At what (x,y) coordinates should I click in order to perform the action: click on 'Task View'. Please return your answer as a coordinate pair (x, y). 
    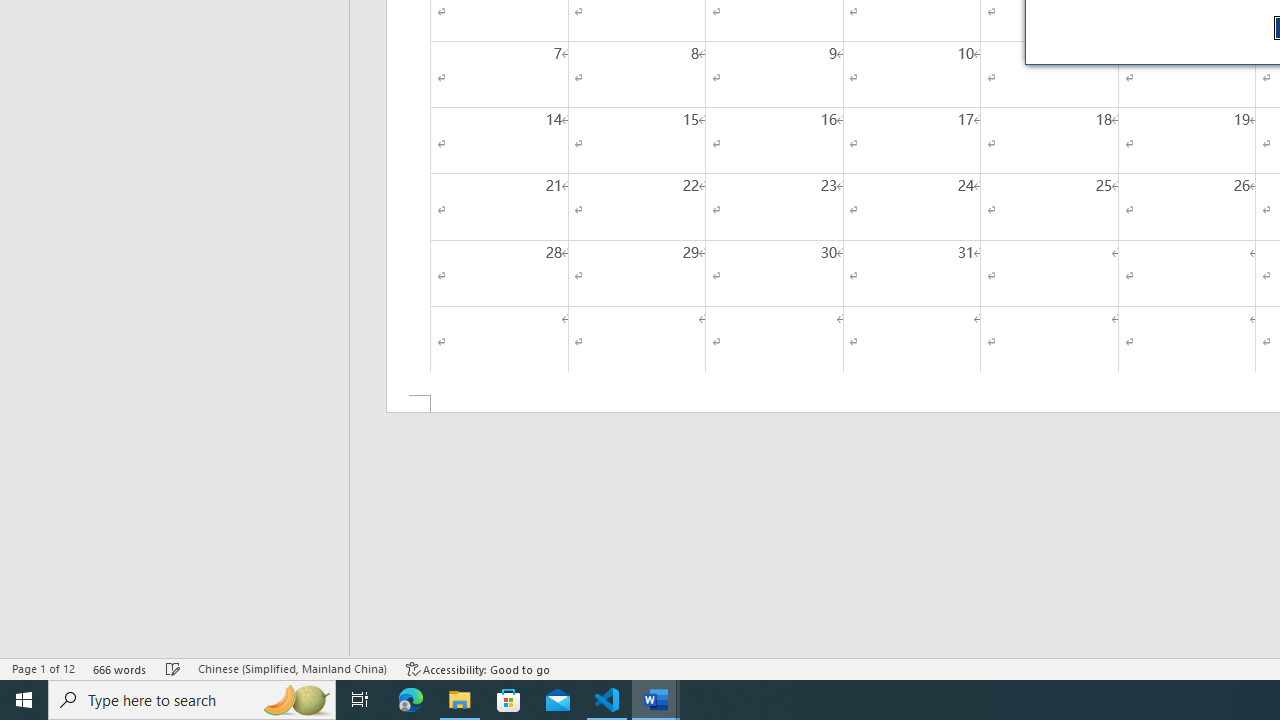
    Looking at the image, I should click on (359, 698).